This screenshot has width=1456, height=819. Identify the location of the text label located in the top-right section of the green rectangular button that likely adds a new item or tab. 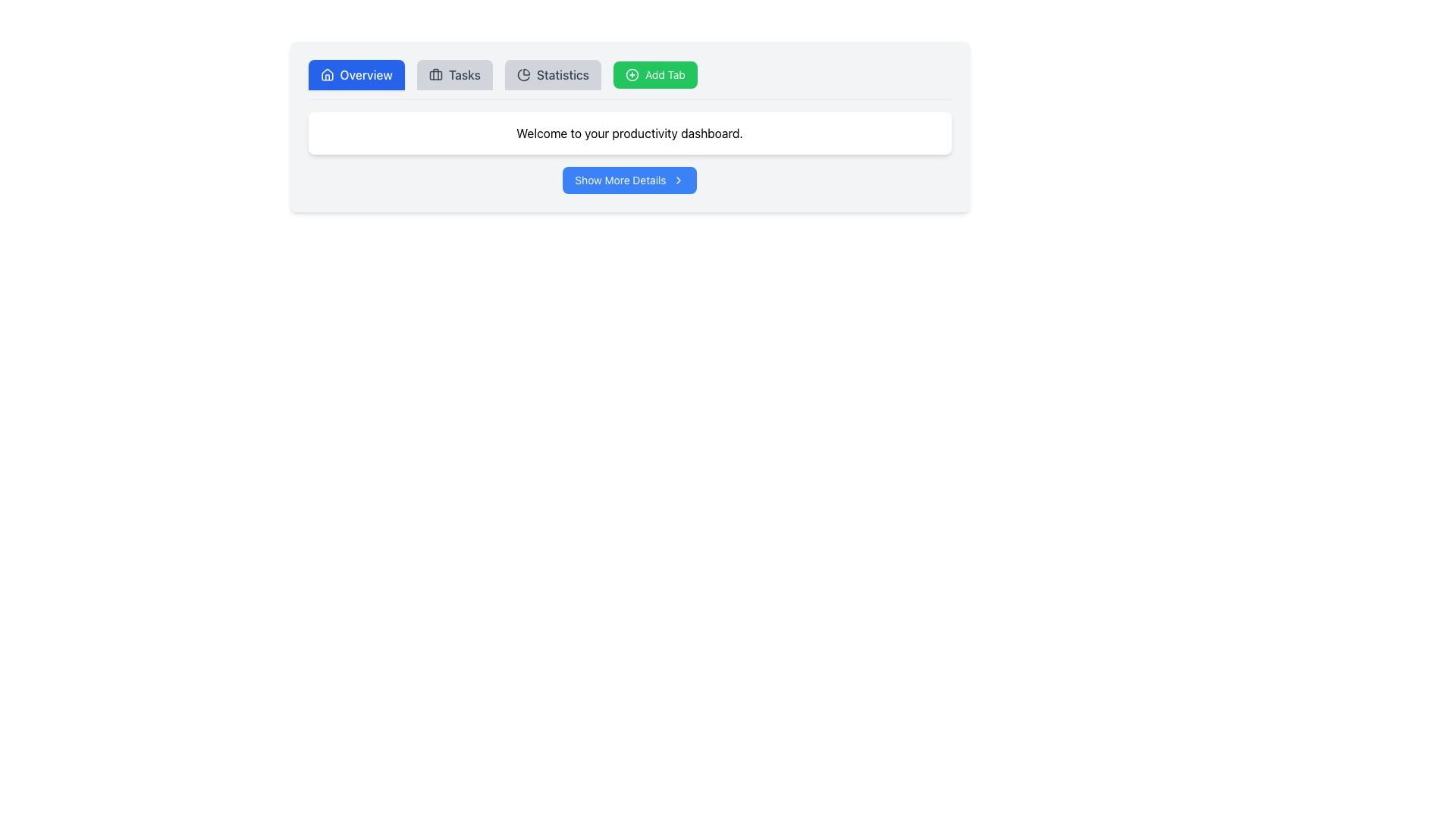
(665, 75).